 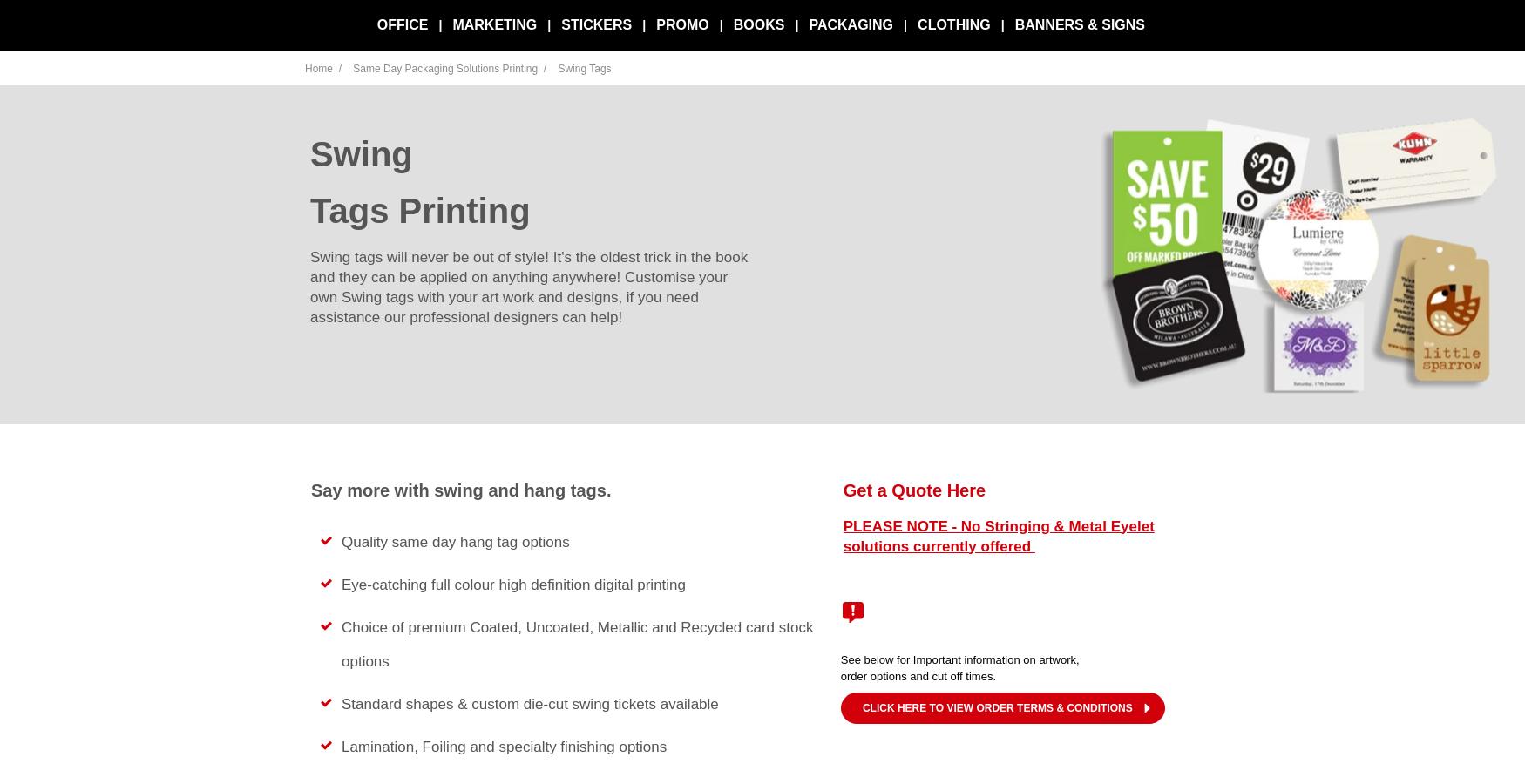 What do you see at coordinates (419, 209) in the screenshot?
I see `'Tags Printing'` at bounding box center [419, 209].